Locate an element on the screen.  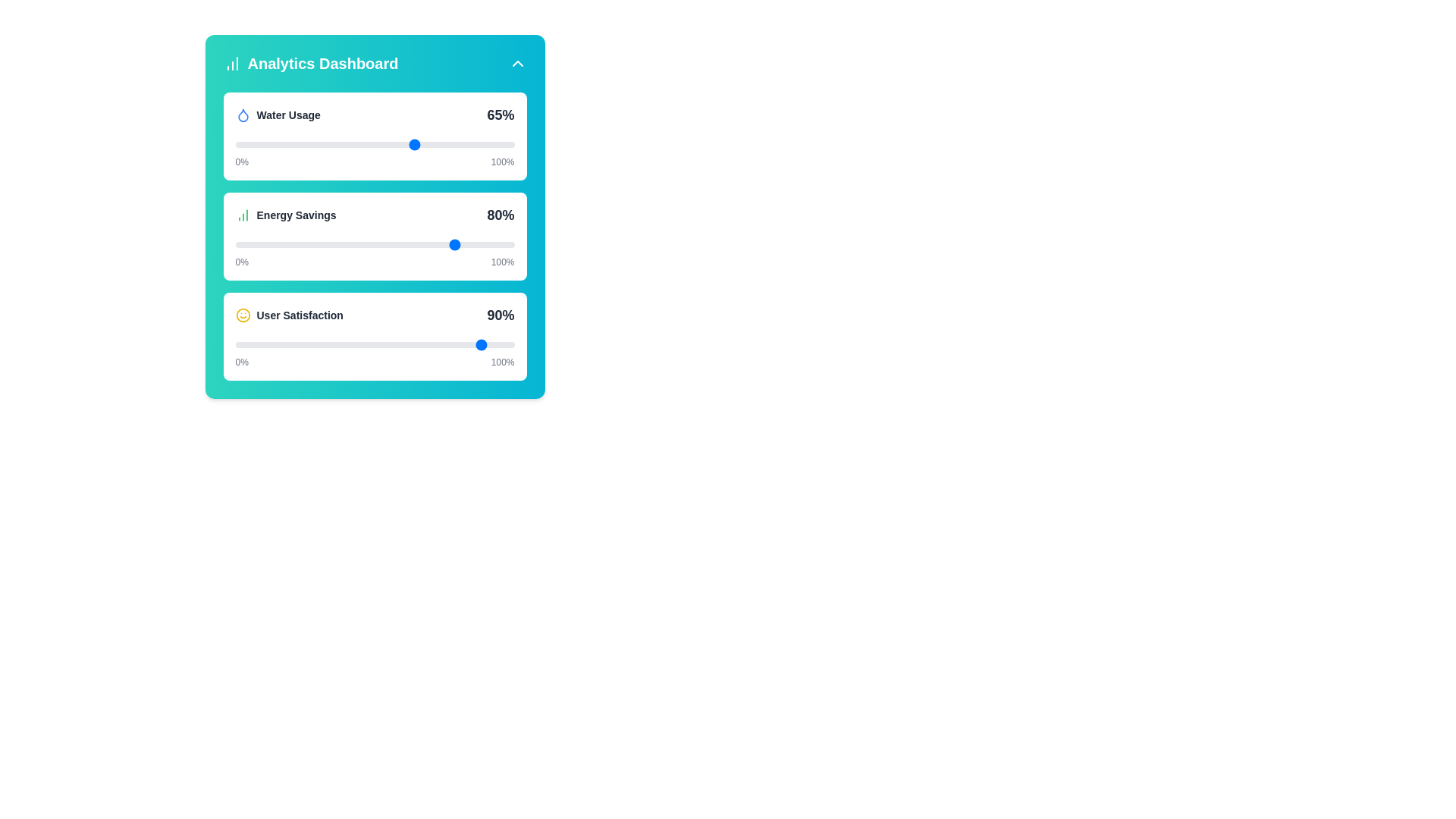
User Satisfaction is located at coordinates (288, 345).